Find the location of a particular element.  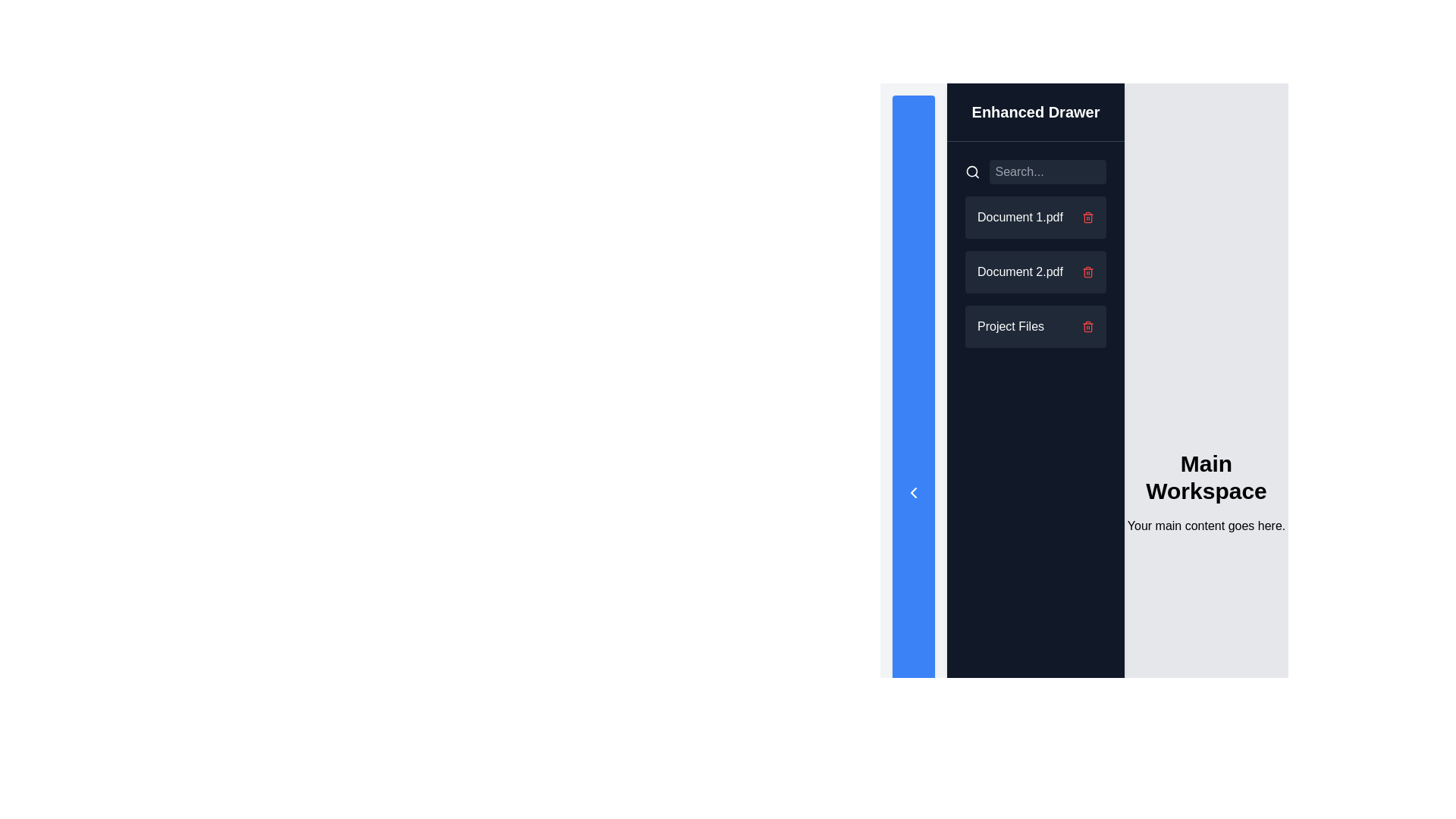

the text label displaying 'Document 1.pdf' in white font is located at coordinates (1020, 217).